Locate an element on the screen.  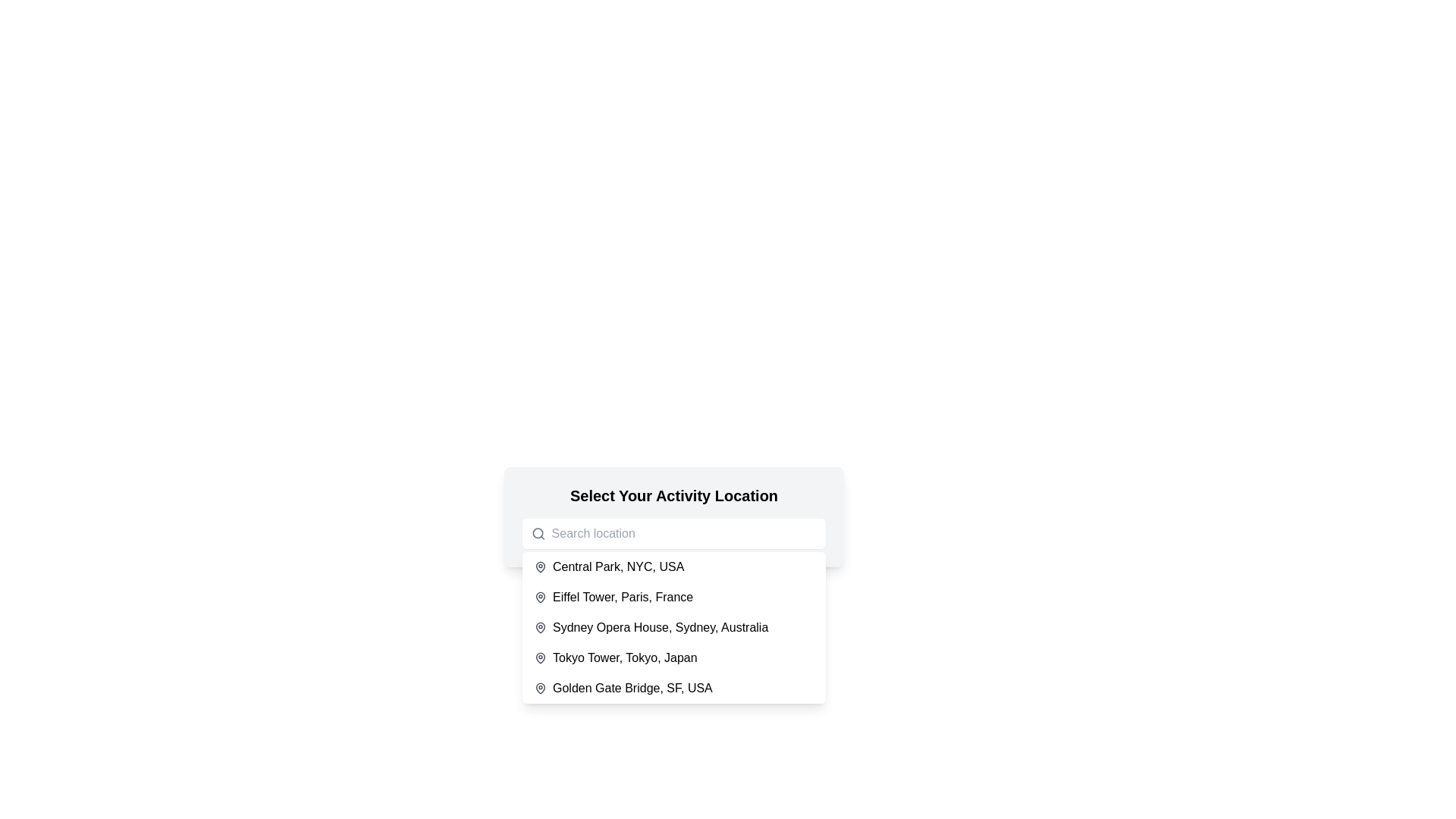
the dropdown menu entry with a white background and location names is located at coordinates (673, 628).